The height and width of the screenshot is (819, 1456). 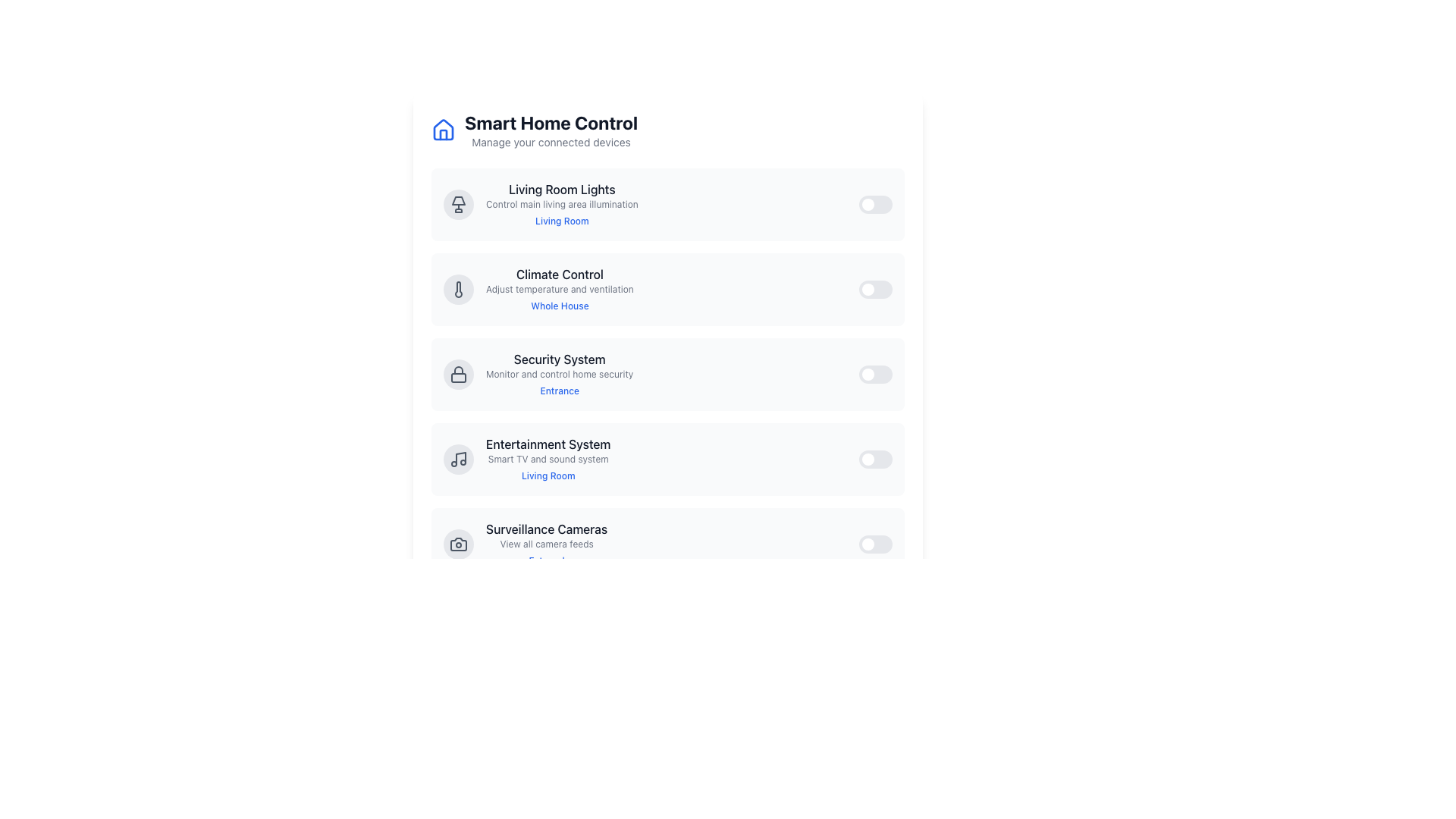 I want to click on the circular button with a light gray background and a music note icon, which is located to the left of the 'Entertainment System' text in the fourth list item, so click(x=457, y=458).